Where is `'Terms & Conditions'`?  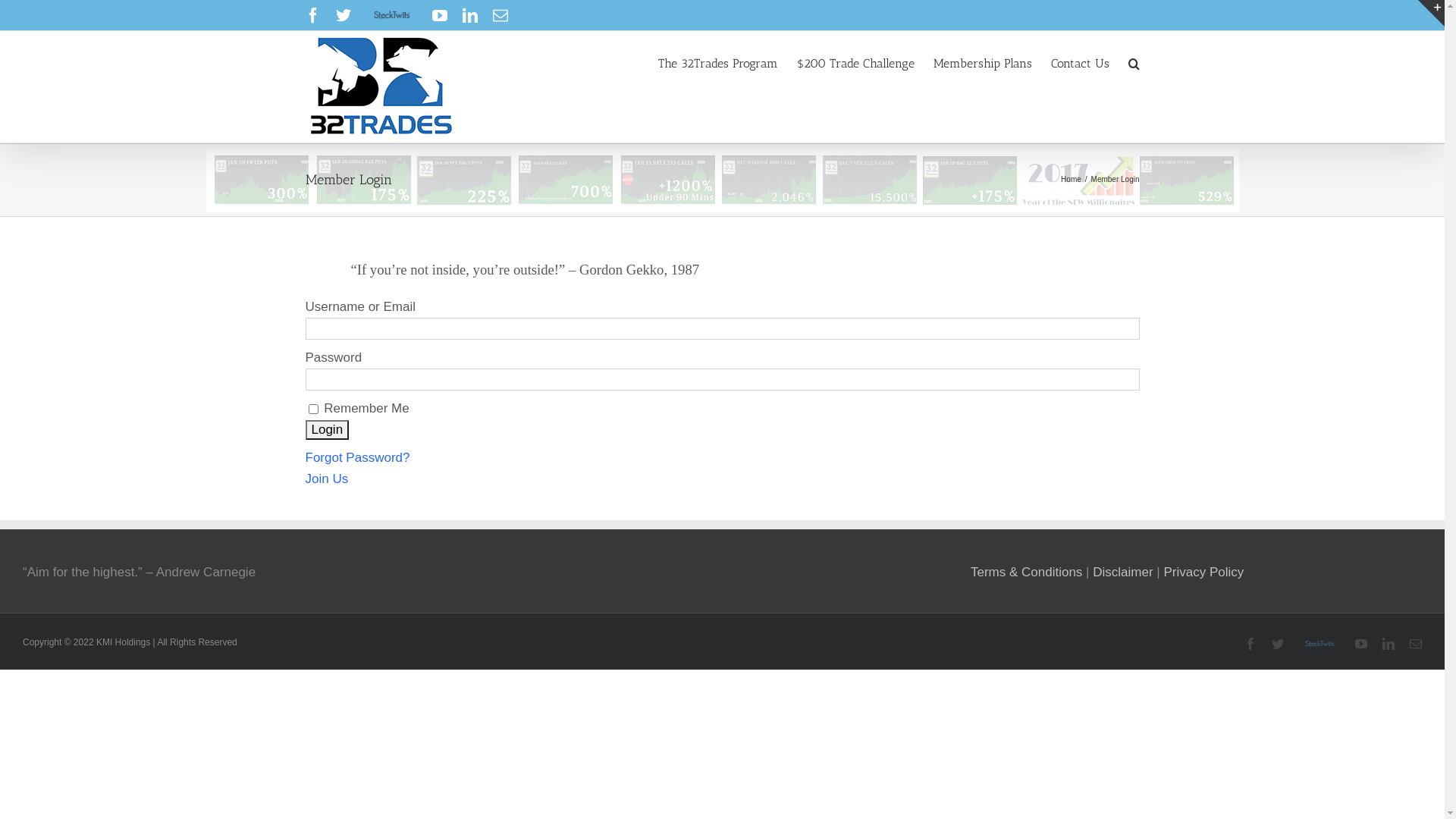 'Terms & Conditions' is located at coordinates (1026, 572).